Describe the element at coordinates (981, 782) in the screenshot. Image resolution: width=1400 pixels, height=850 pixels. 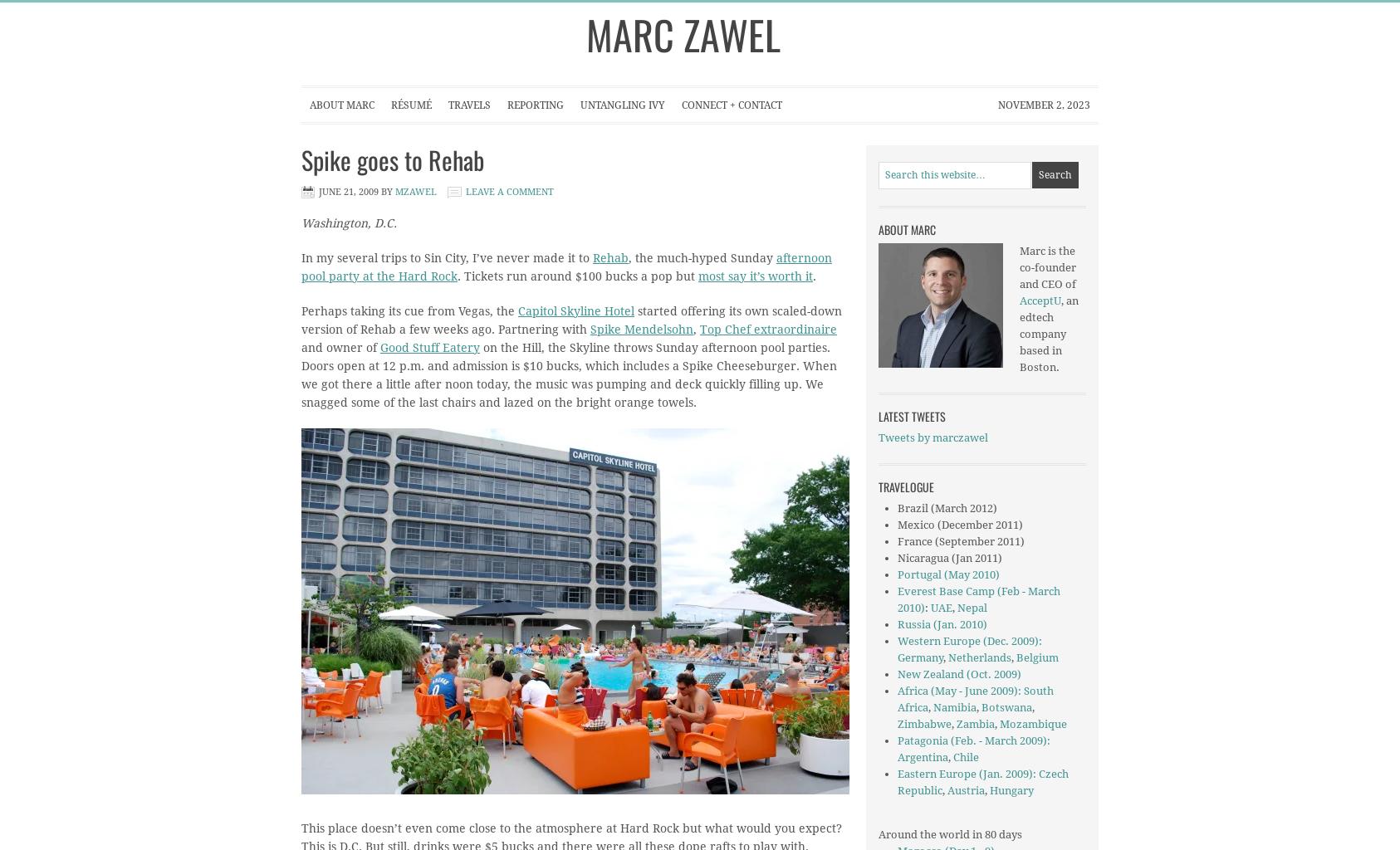
I see `'Czech Republic'` at that location.